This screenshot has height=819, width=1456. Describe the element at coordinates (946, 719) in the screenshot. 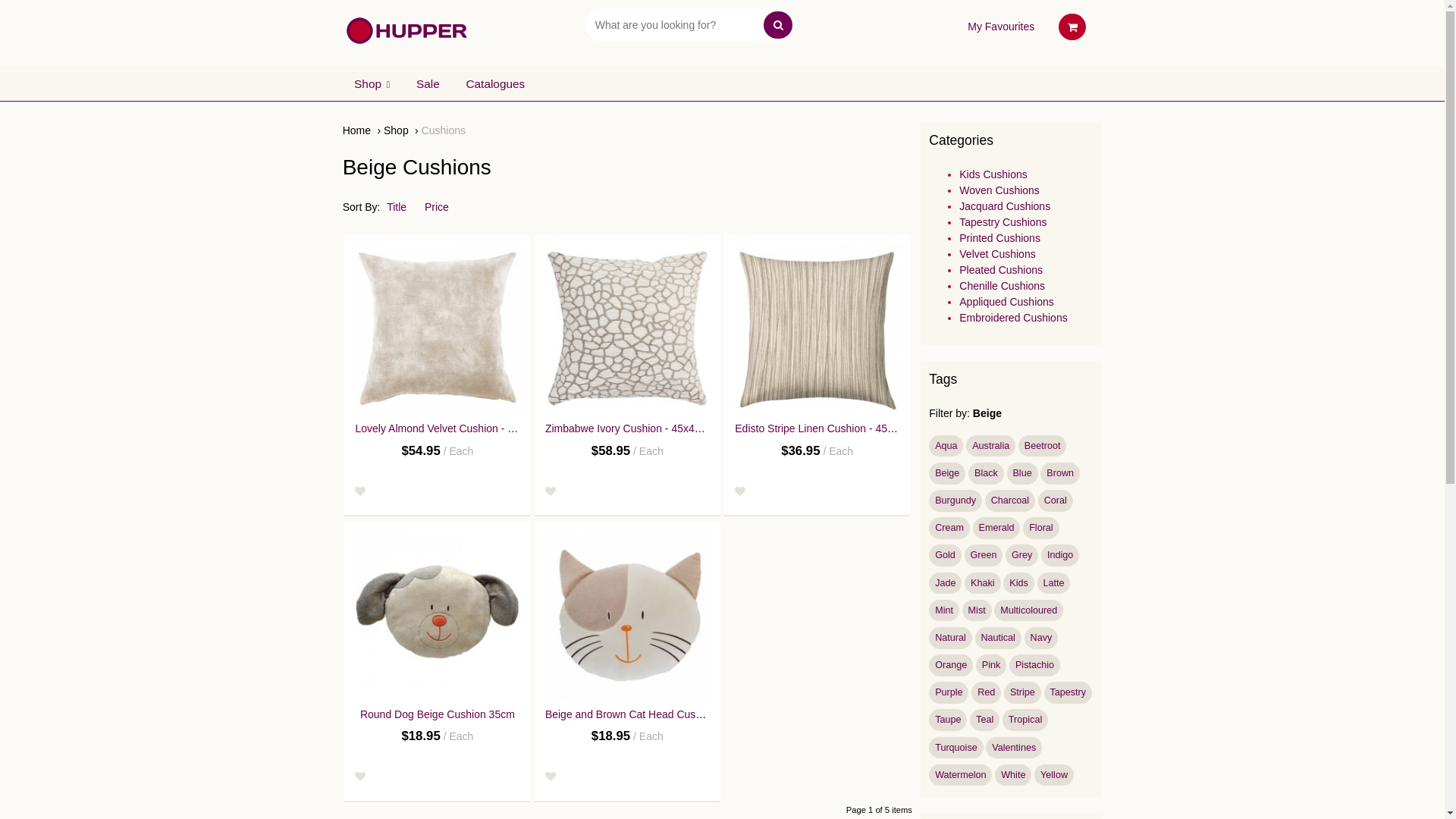

I see `'Taupe'` at that location.